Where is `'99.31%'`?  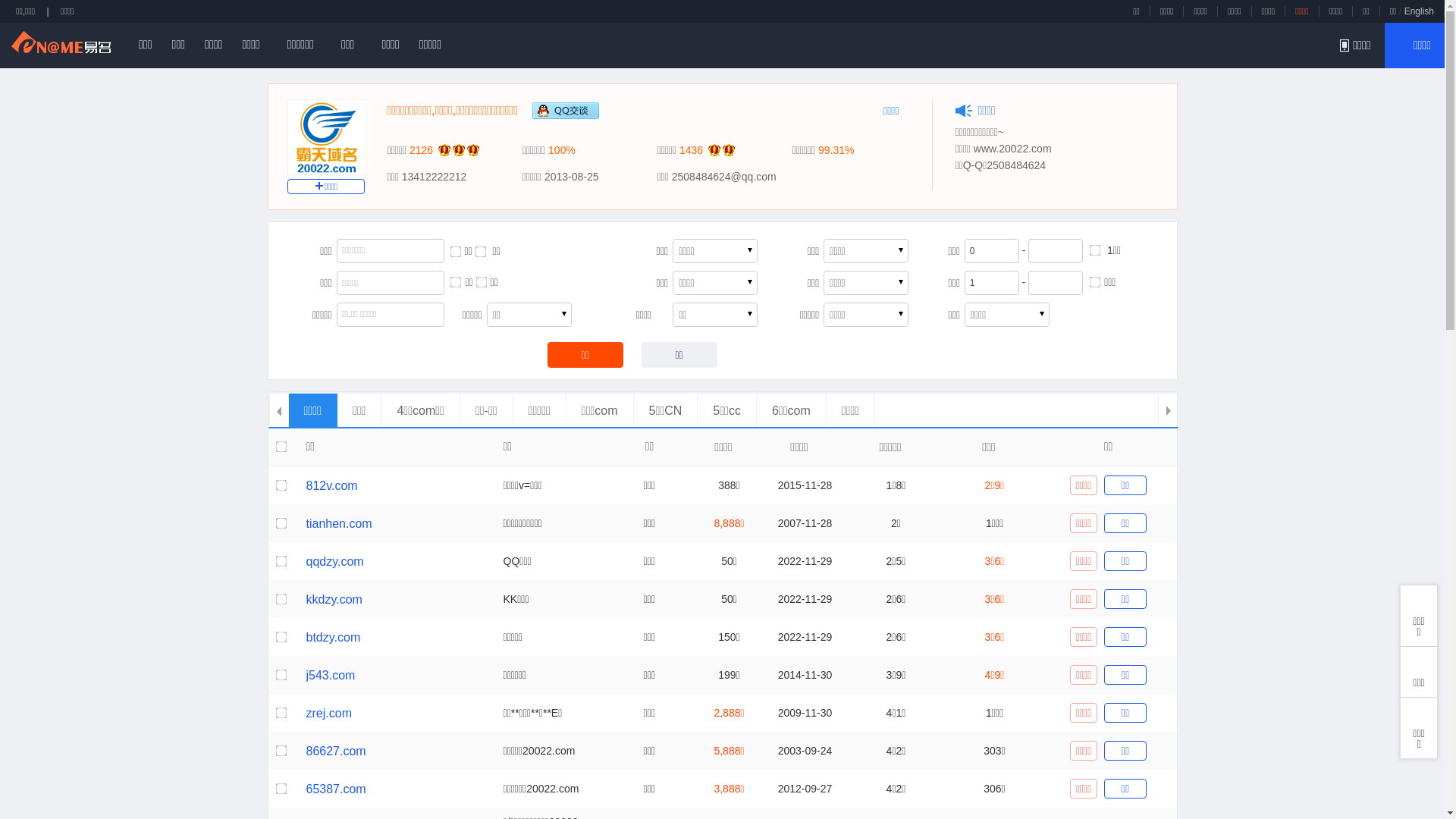
'99.31%' is located at coordinates (835, 149).